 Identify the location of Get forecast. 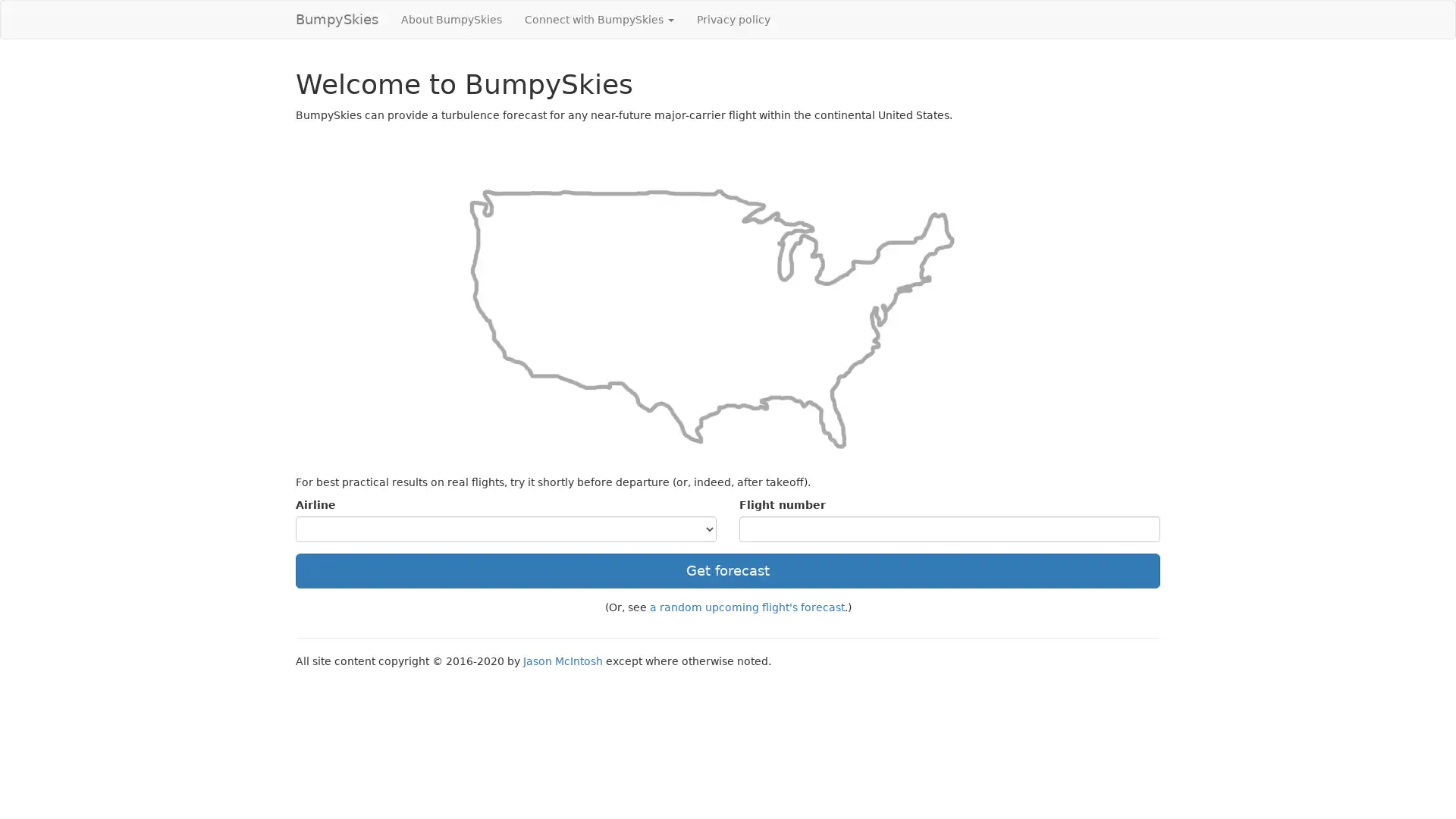
(728, 570).